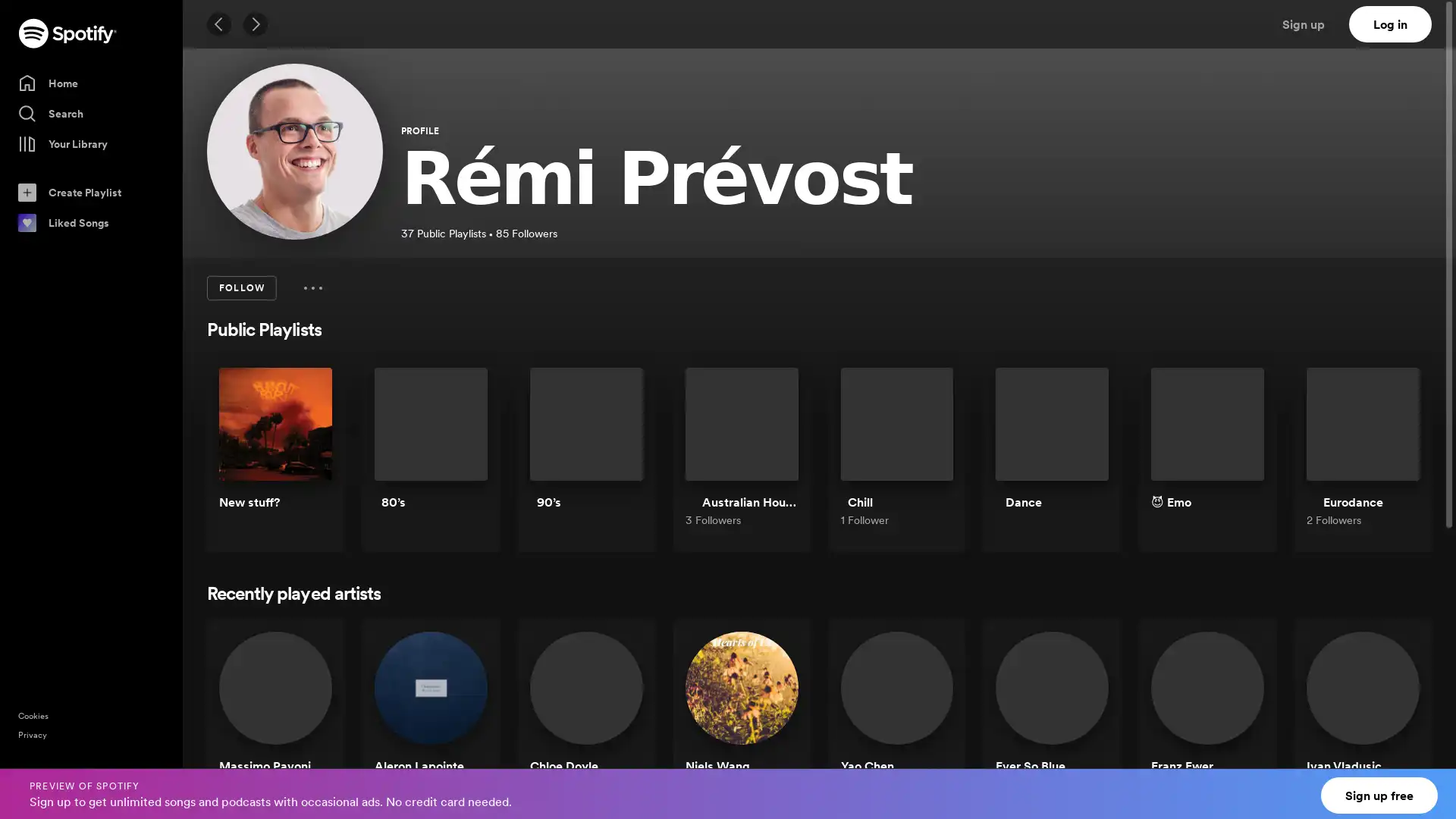  I want to click on Play Chloe Doyle, so click(618, 724).